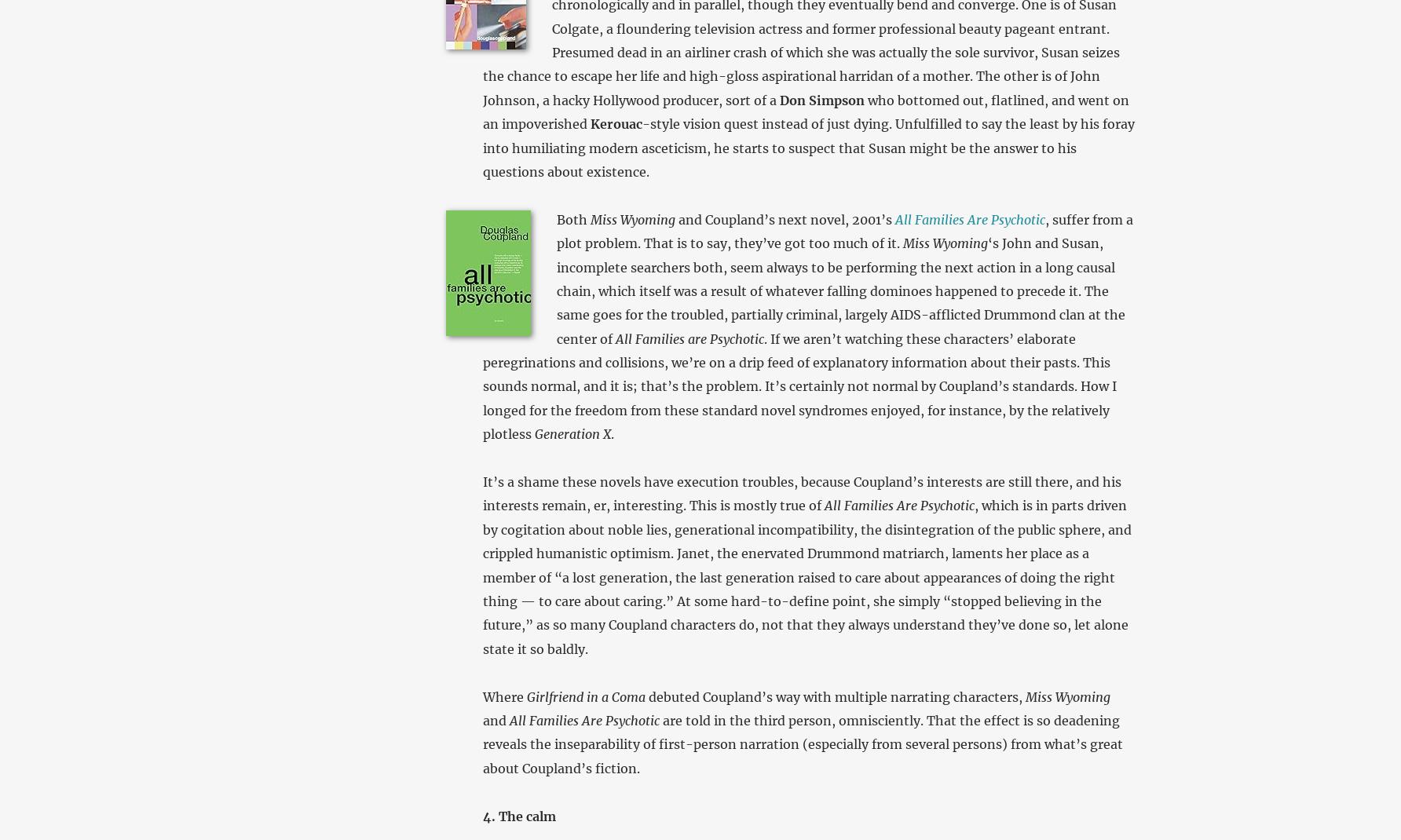  I want to click on '. If we aren’t watching these characters’ elaborate peregrinations and collisions, we’re on a drip feed of explanatory information about their pasts. This sounds normal, and it is; that’s the problem. It’s certainly not normal by Coupland’s standards. How I longed for the freedom from these standard novel syndromes enjoyed, for instance, by the relatively plotless', so click(481, 385).